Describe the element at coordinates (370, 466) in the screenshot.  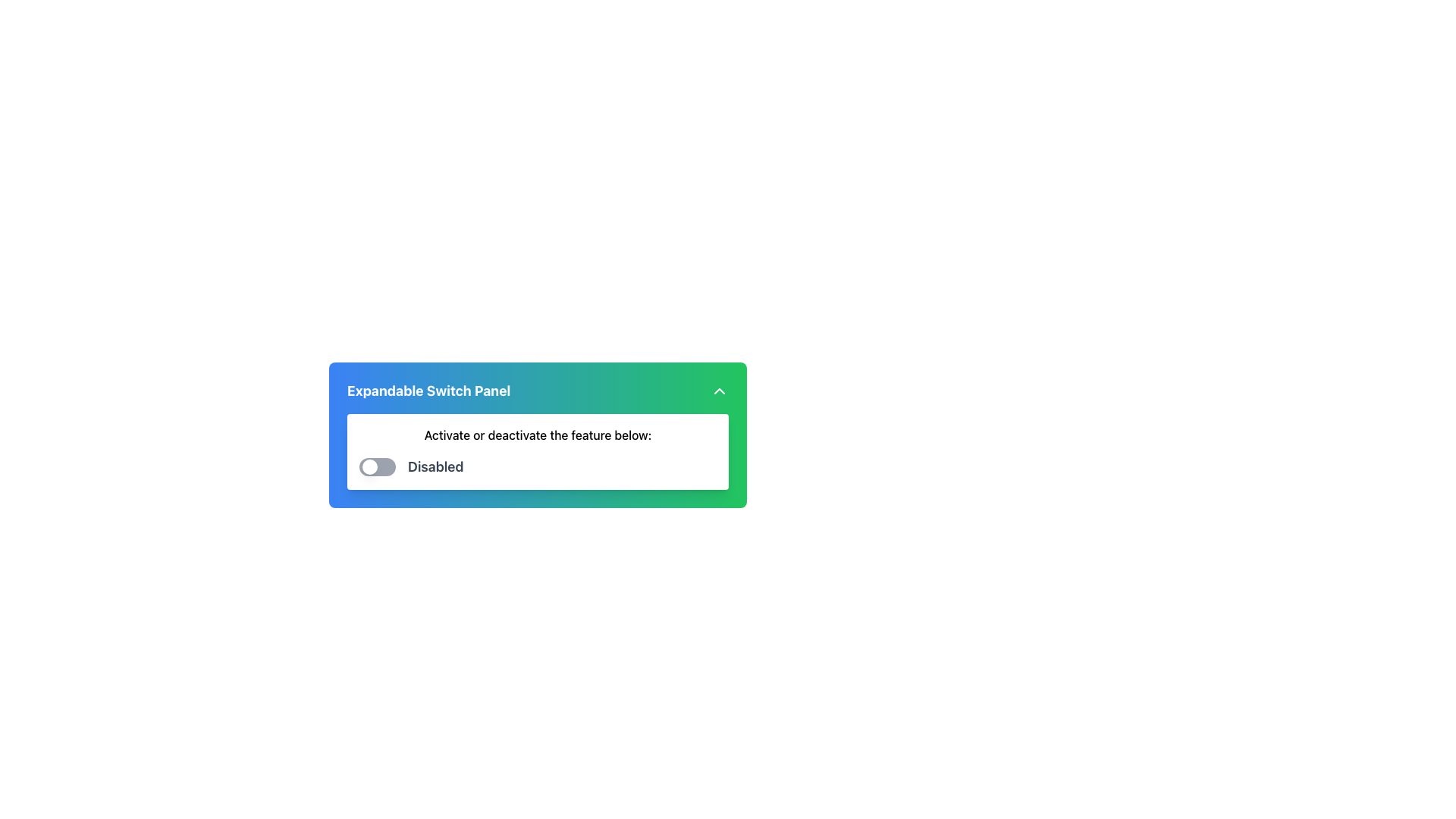
I see `the left circular handle of the toggle switch` at that location.